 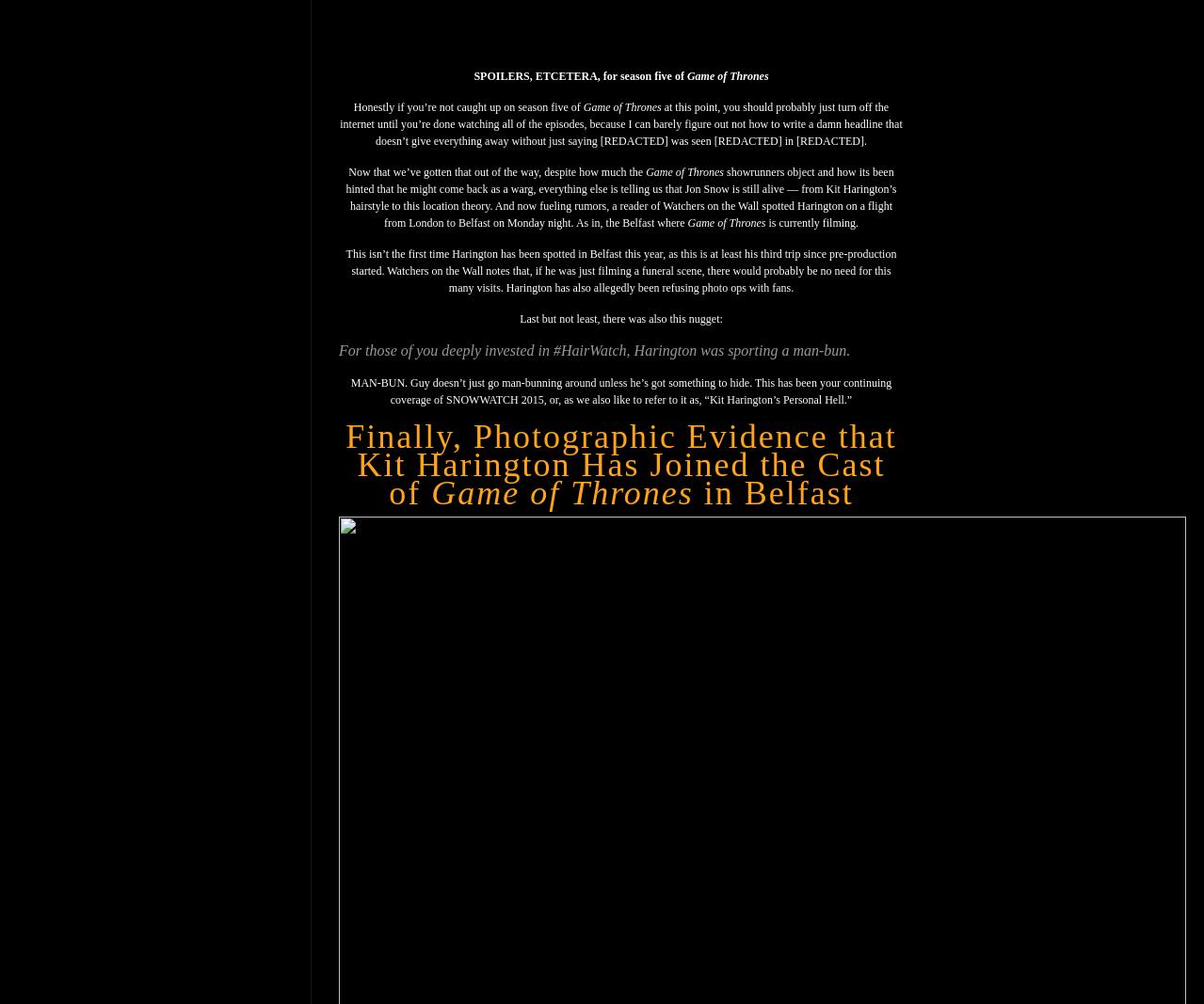 I want to click on 'in Belfast', so click(x=771, y=492).